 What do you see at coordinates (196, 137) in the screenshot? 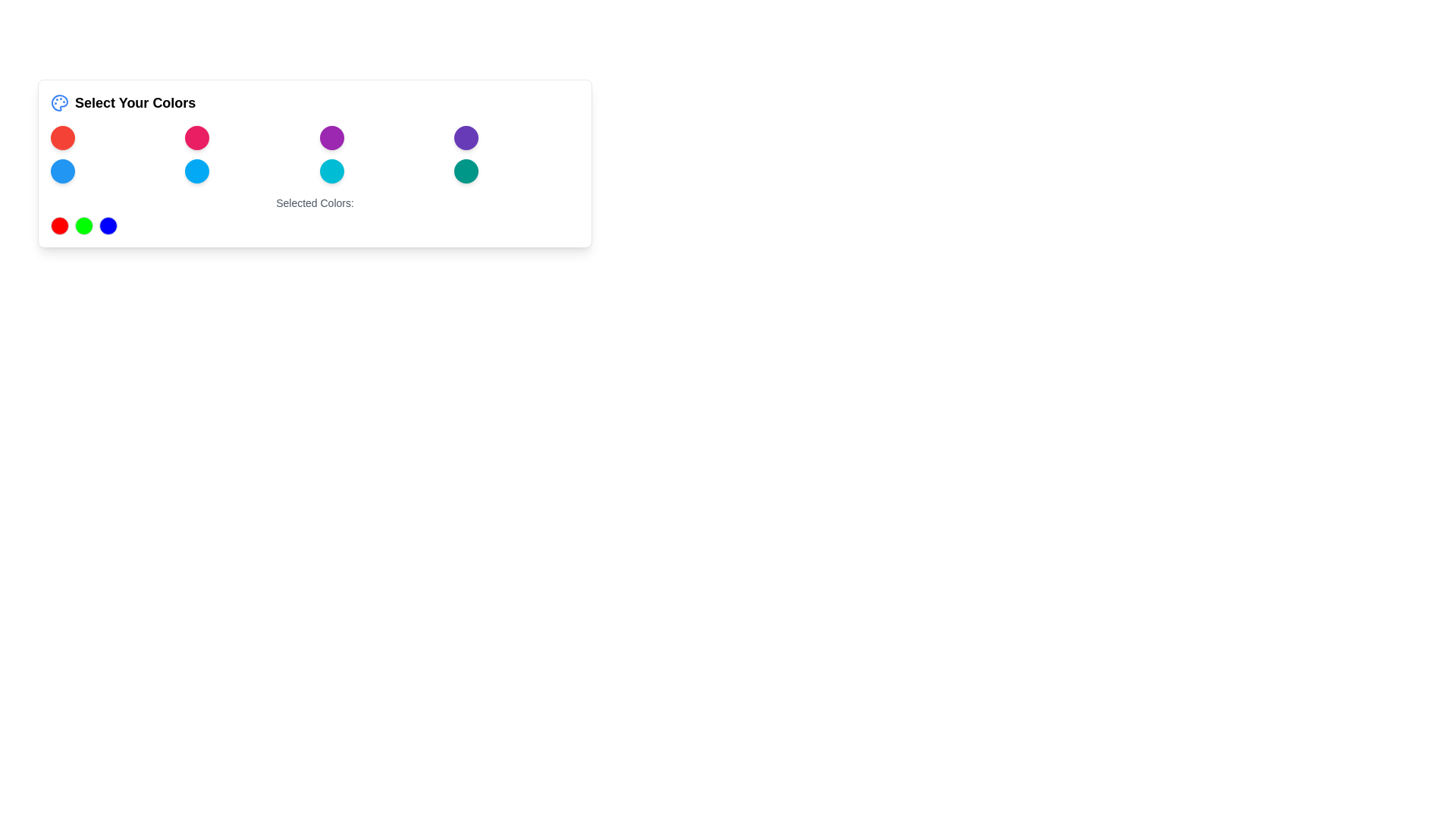
I see `the color selector button for pink, which is the second circular button in the grid layout located in the top row of the 'Select Your Colors' card` at bounding box center [196, 137].